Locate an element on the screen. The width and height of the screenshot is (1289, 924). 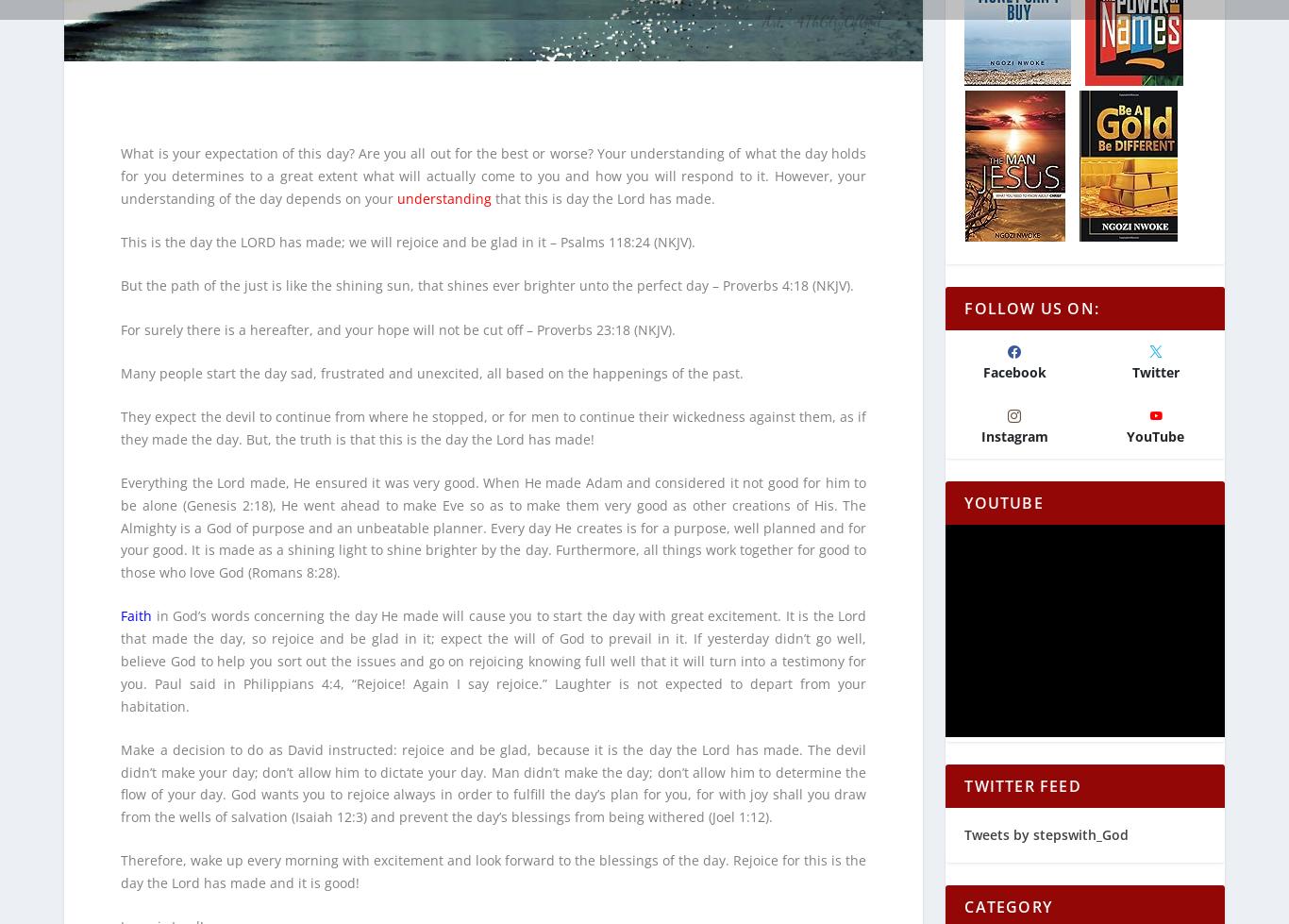
'They expect the devil to continue from where he stopped, or for men to continue their wickedness against them, as if they made the day. But, the truth is that this is the day the Lord has made!' is located at coordinates (494, 415).